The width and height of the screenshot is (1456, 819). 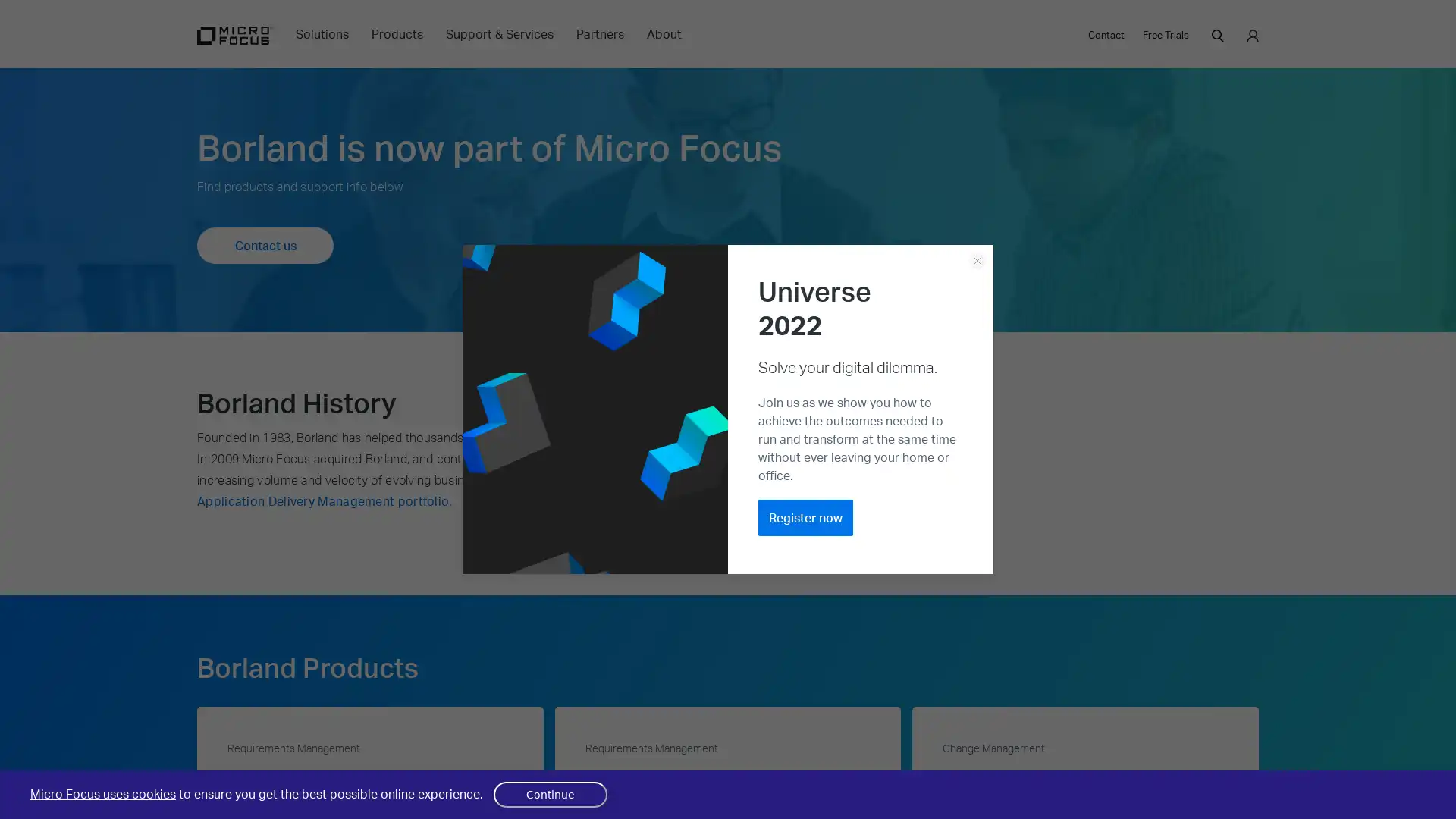 What do you see at coordinates (549, 794) in the screenshot?
I see `Continue` at bounding box center [549, 794].